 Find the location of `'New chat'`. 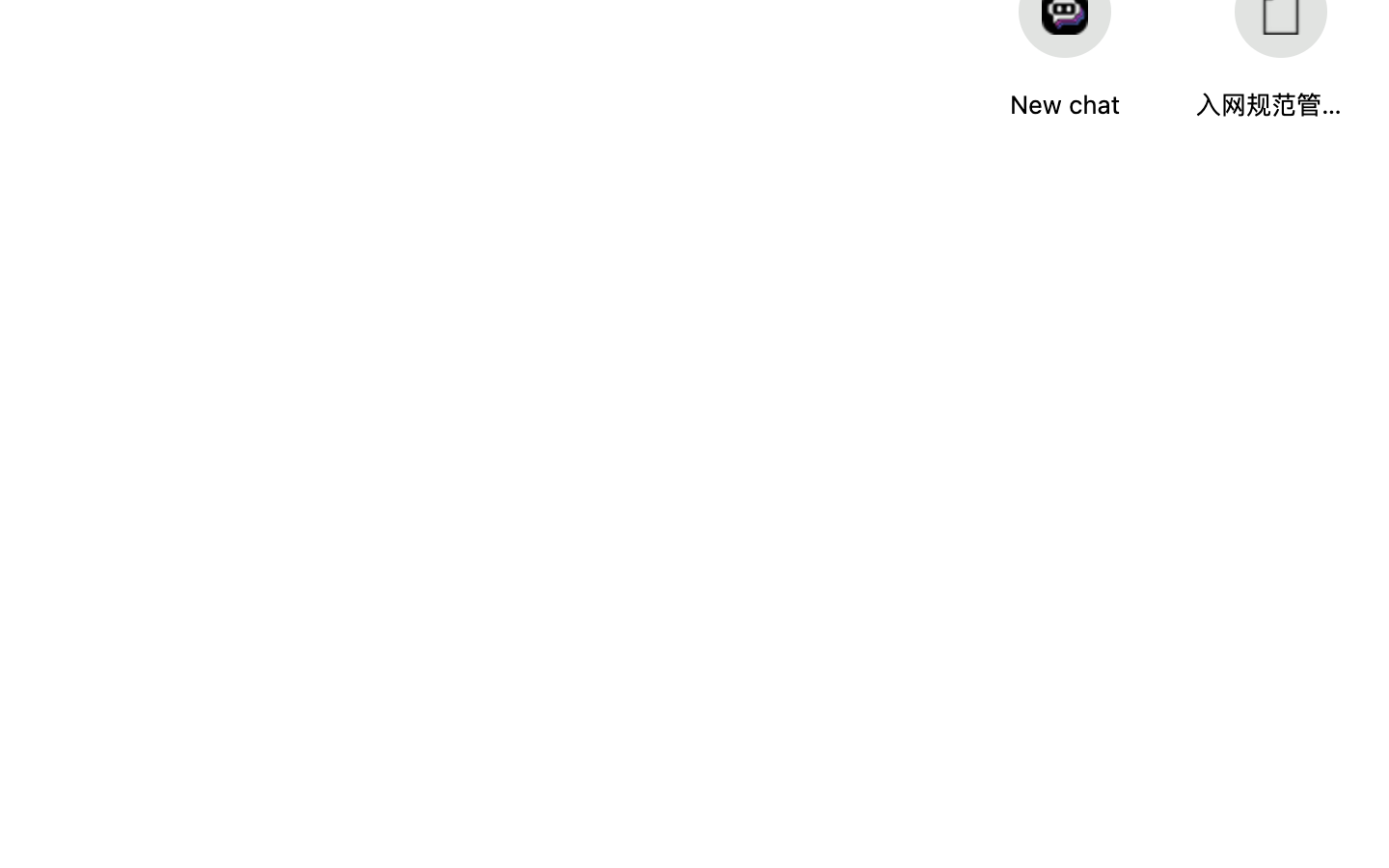

'New chat' is located at coordinates (1064, 103).